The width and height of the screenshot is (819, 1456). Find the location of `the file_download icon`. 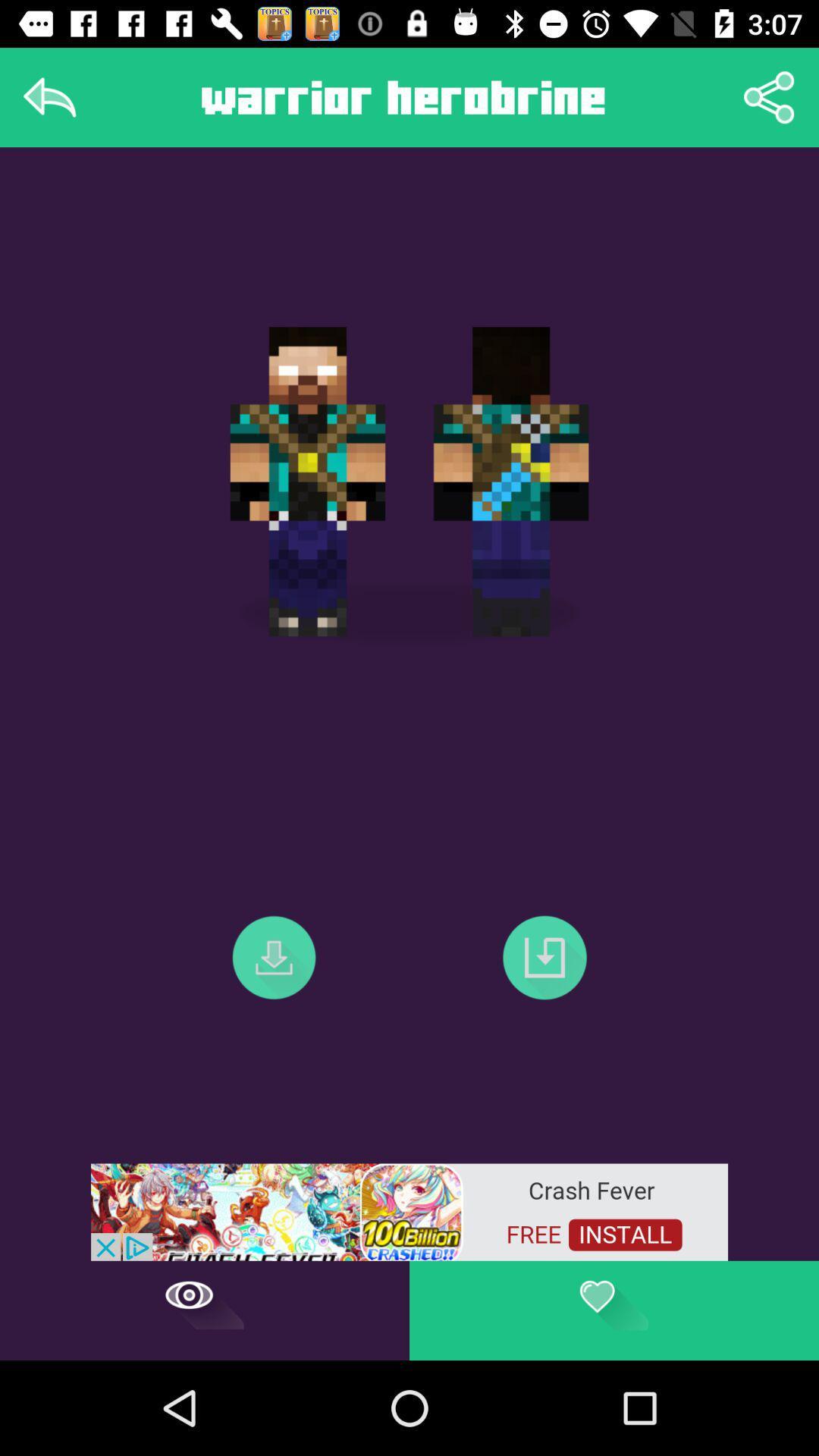

the file_download icon is located at coordinates (544, 956).